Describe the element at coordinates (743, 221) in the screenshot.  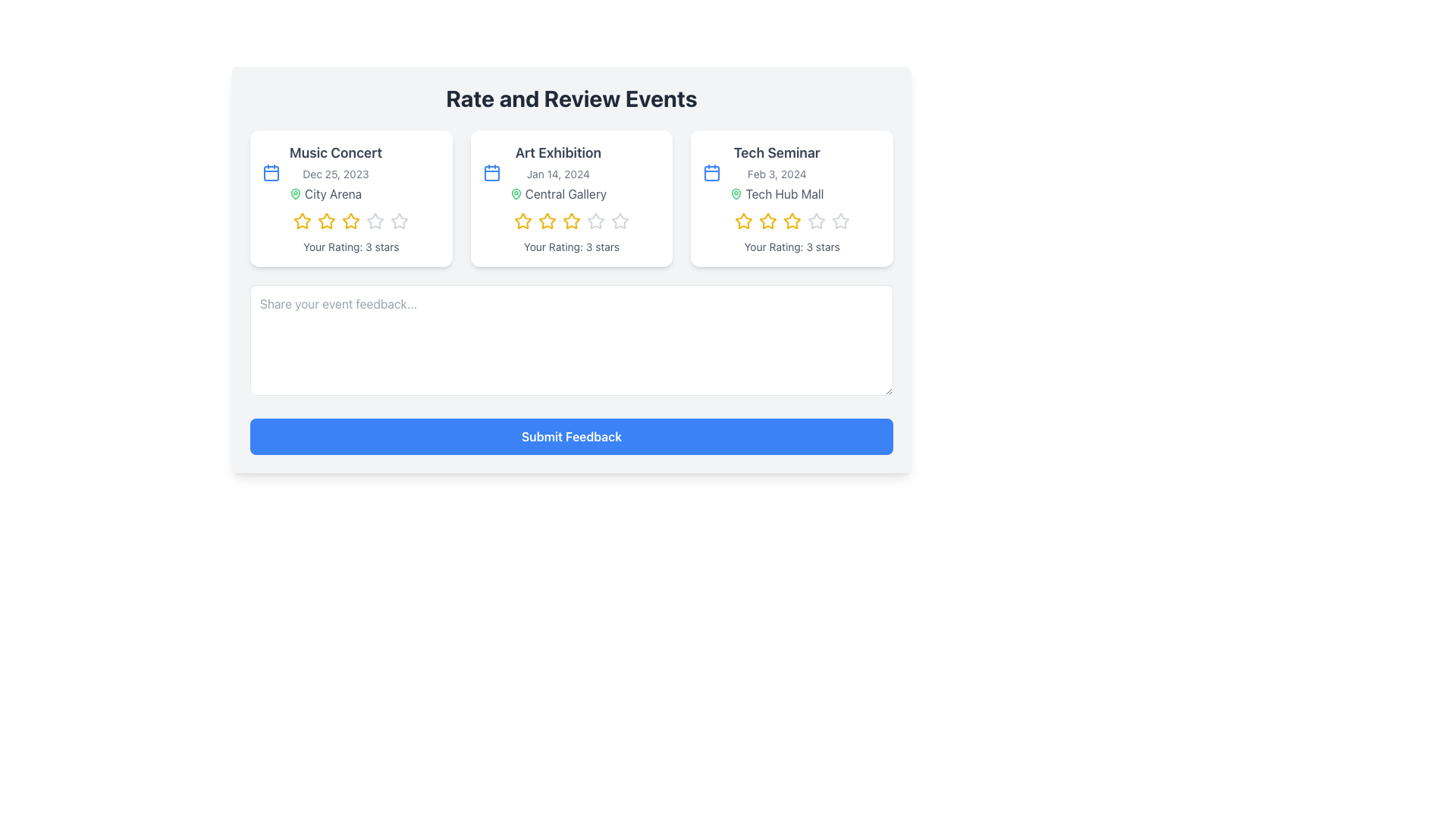
I see `the first yellow star icon in the rating section below the 'Tech Seminar' event card to trigger the scaling effect` at that location.